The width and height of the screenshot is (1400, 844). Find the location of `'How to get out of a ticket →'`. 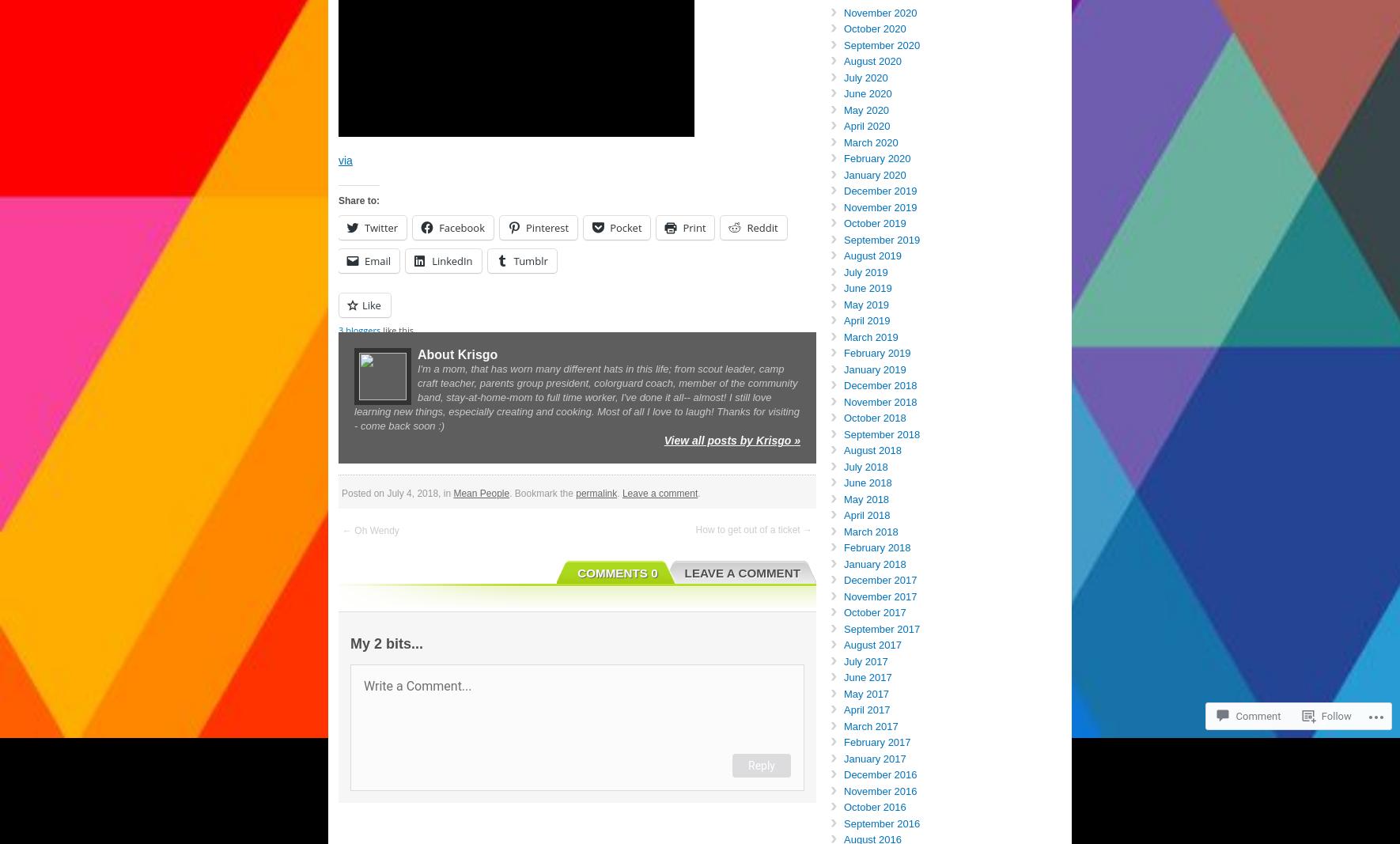

'How to get out of a ticket →' is located at coordinates (694, 529).